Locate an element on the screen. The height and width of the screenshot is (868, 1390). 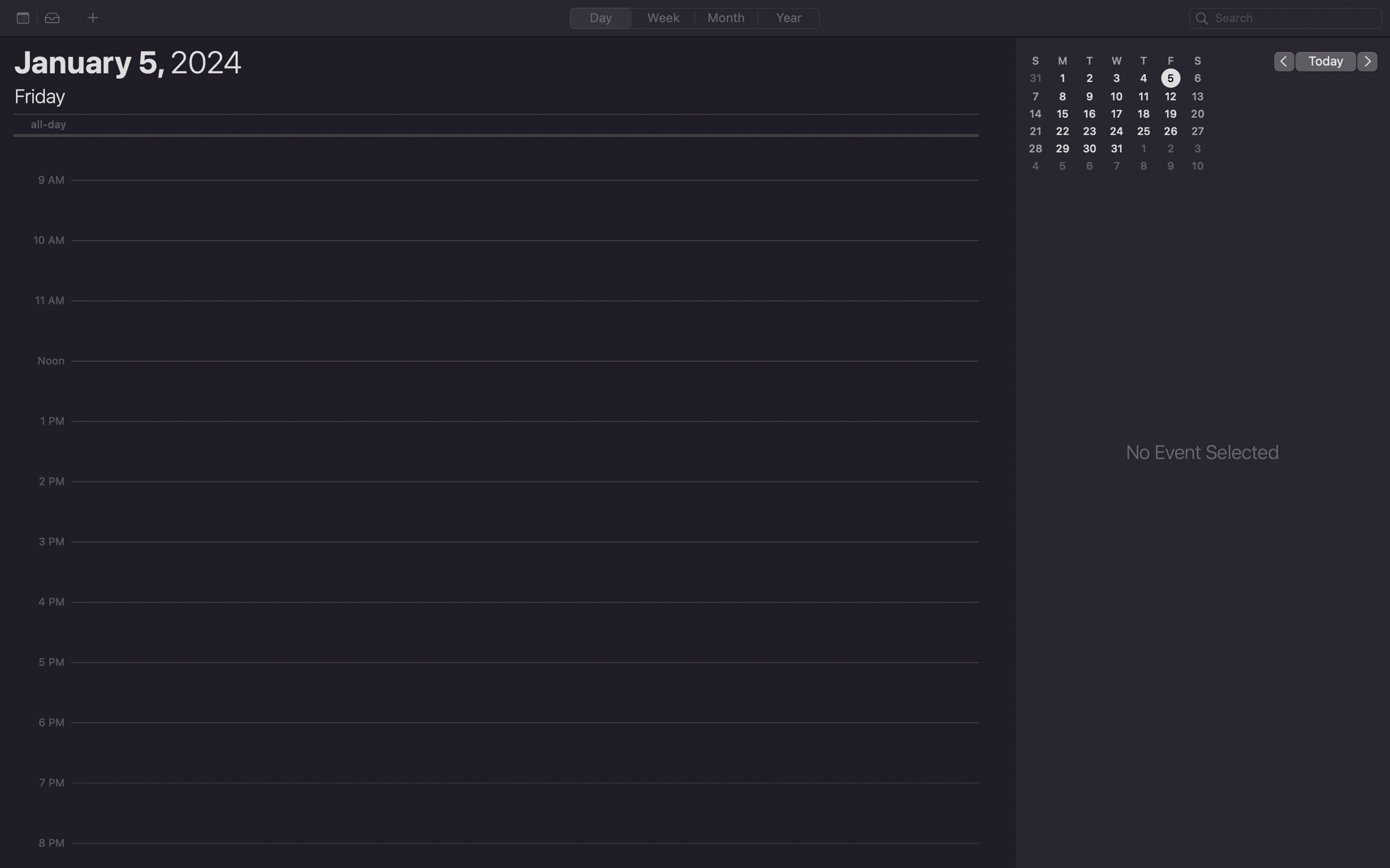
Switch to the month view in the calendar is located at coordinates (727, 17).